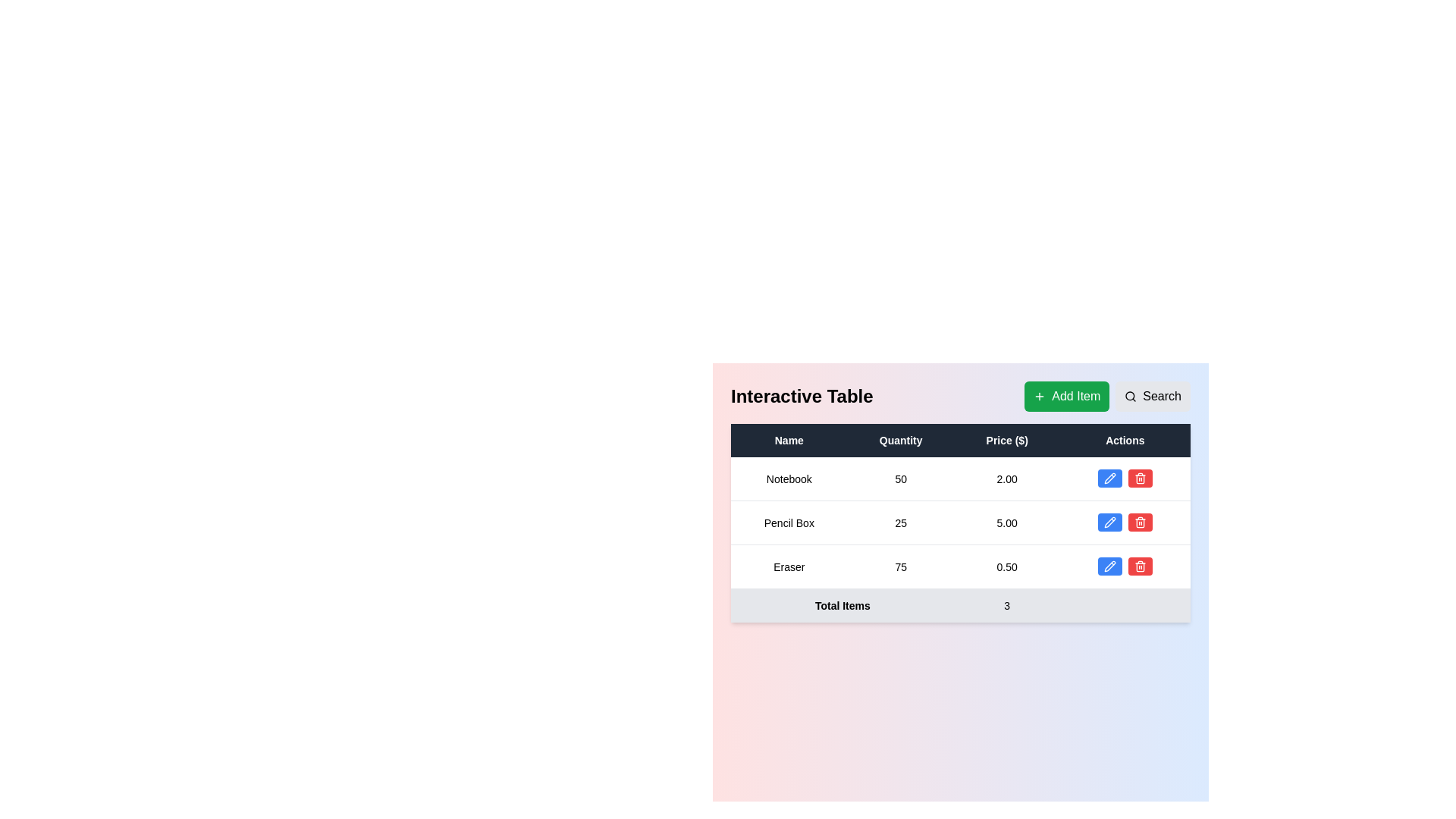 The height and width of the screenshot is (819, 1456). Describe the element at coordinates (1125, 441) in the screenshot. I see `the text label displaying 'Actions' located at the top right of the table header, which is on a dark background with white font` at that location.